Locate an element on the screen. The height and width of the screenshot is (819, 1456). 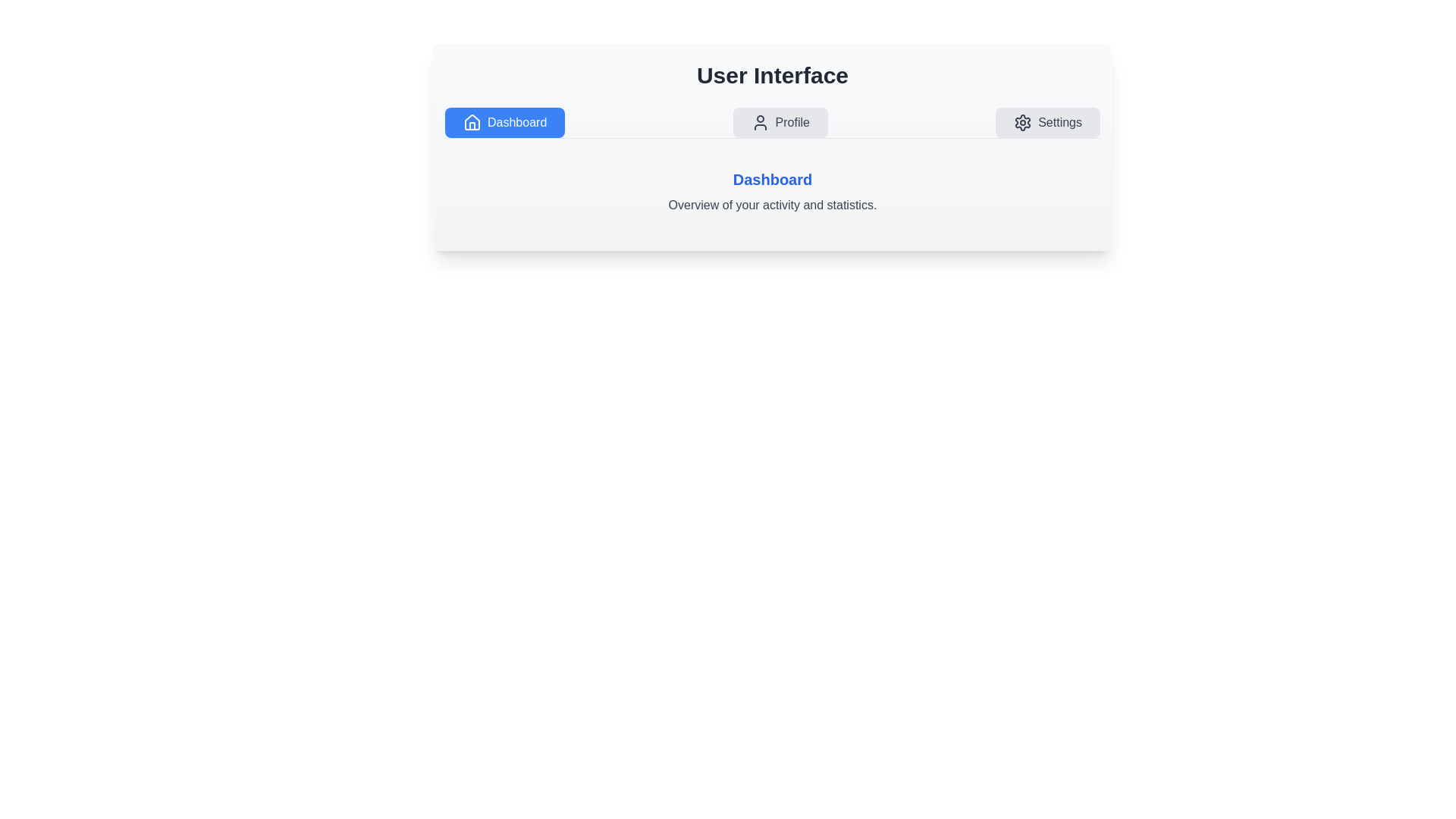
the Profile tab to view its content is located at coordinates (780, 122).